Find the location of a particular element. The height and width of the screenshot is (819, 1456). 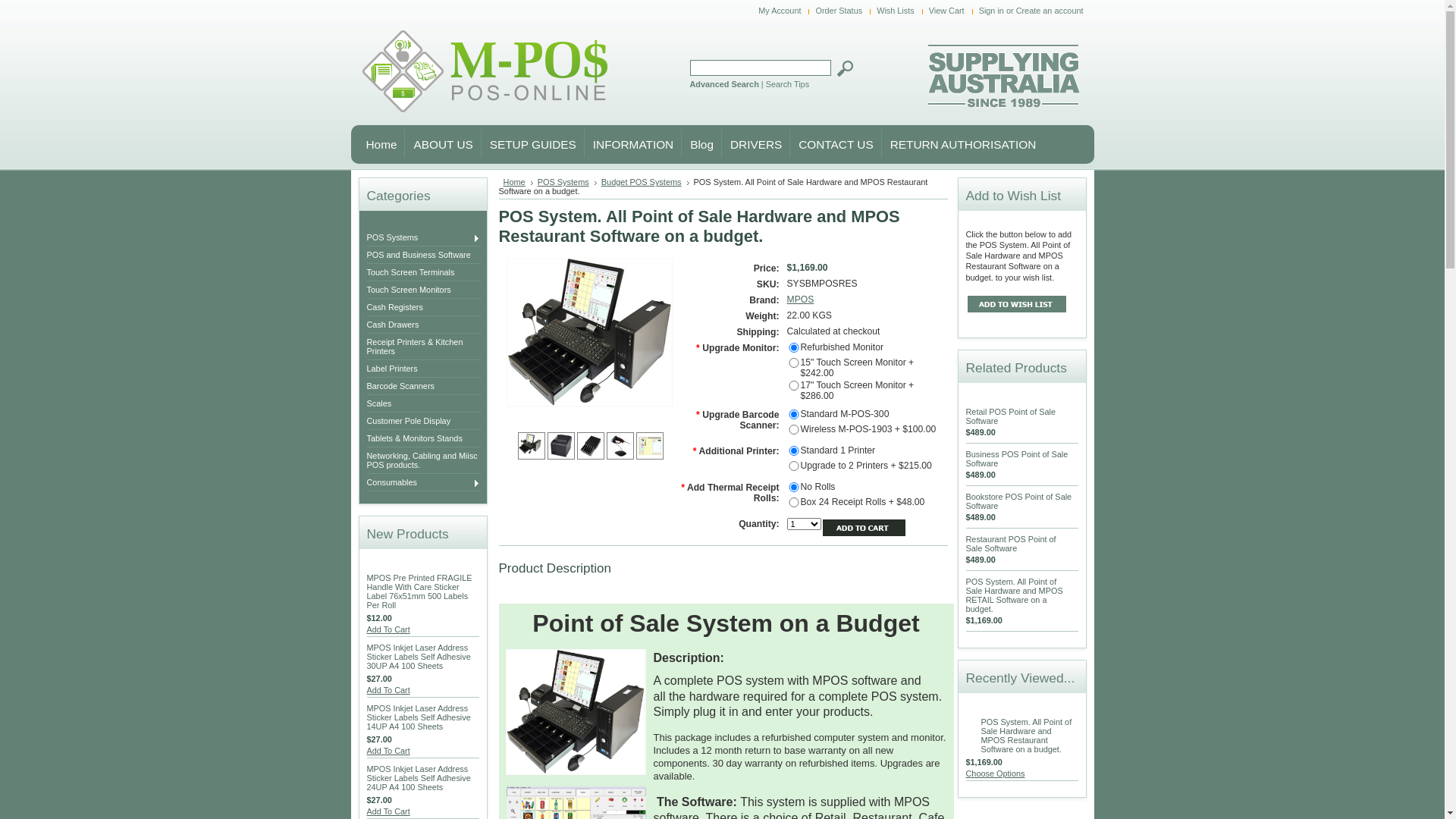

'POS Systems' is located at coordinates (566, 180).